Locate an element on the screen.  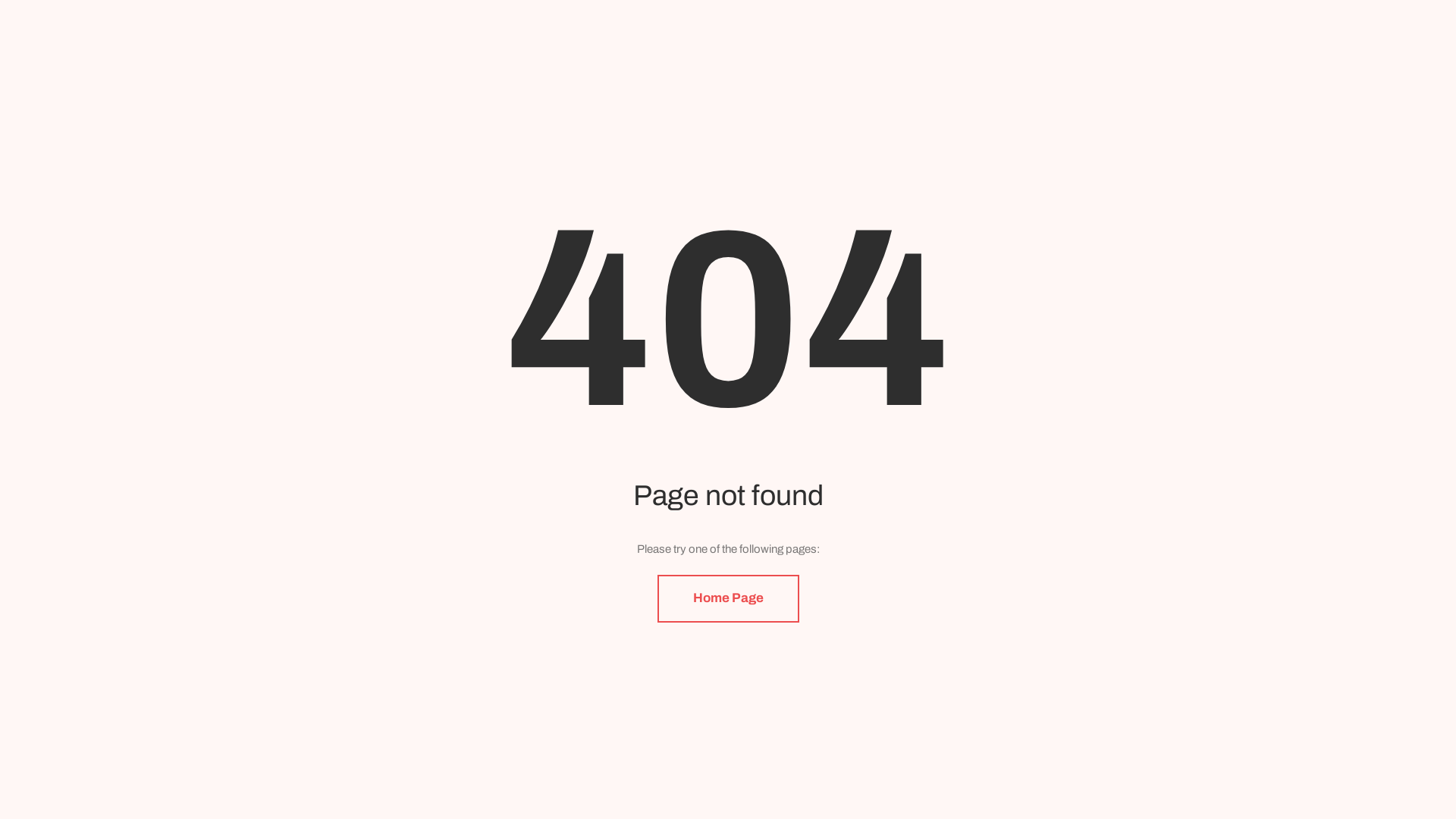
'Home Page' is located at coordinates (726, 598).